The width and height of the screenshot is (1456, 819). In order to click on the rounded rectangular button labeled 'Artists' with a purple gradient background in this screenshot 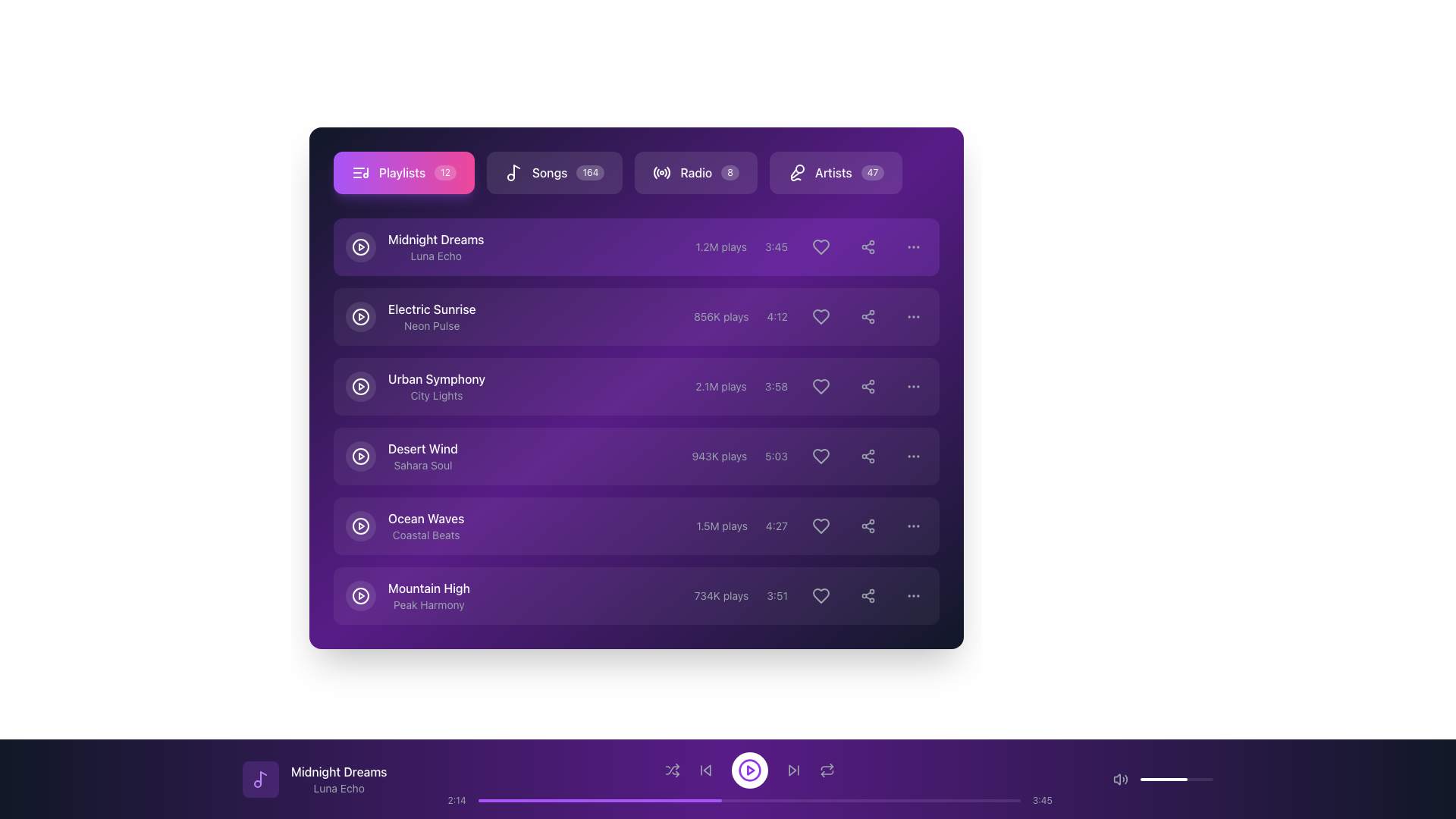, I will do `click(835, 171)`.